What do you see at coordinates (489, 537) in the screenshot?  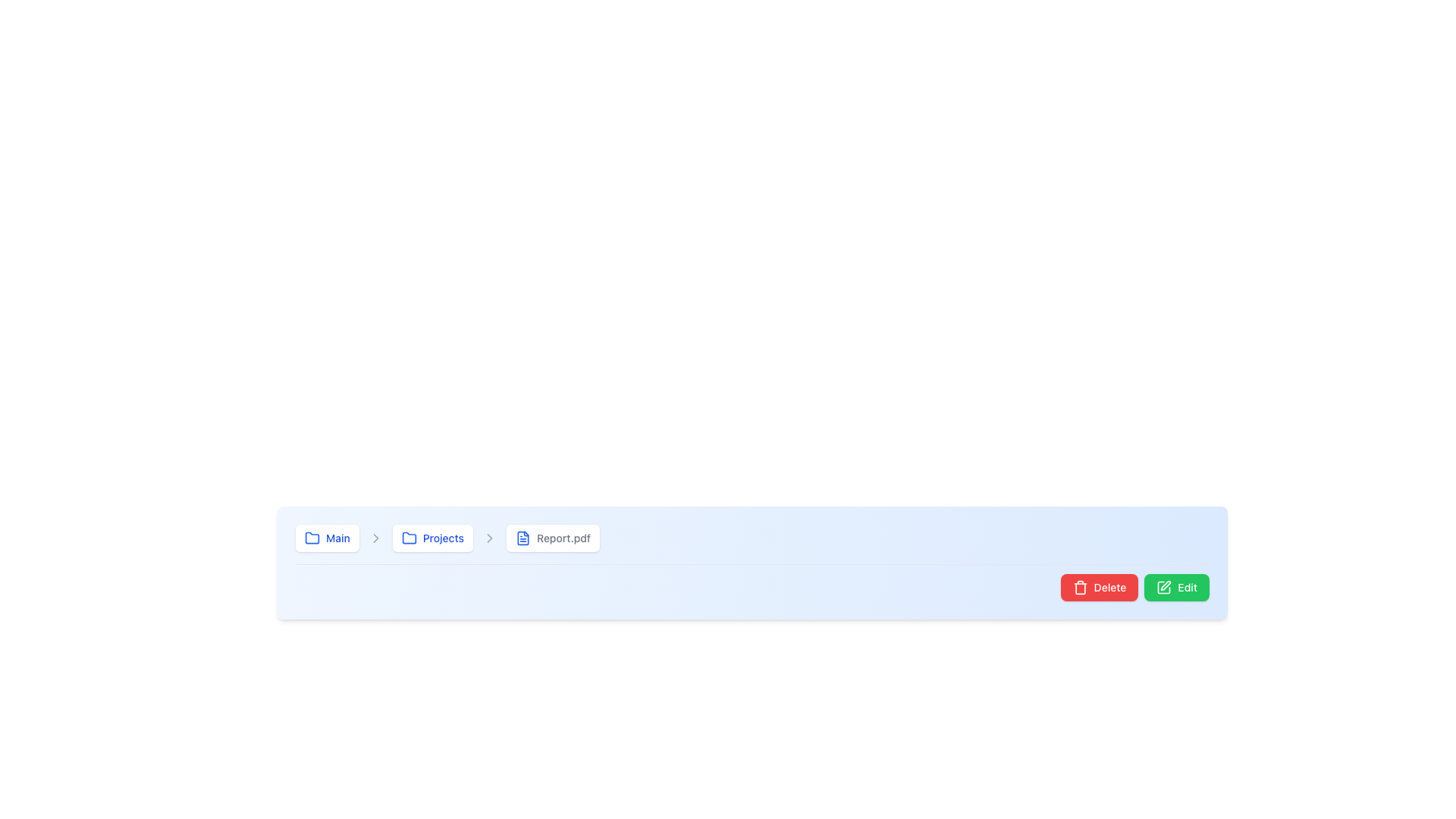 I see `the chevron-shaped arrow icon, which is the third arrow separator in the breadcrumbs navigation bar, located between 'Projects' and 'Report.pdf'` at bounding box center [489, 537].